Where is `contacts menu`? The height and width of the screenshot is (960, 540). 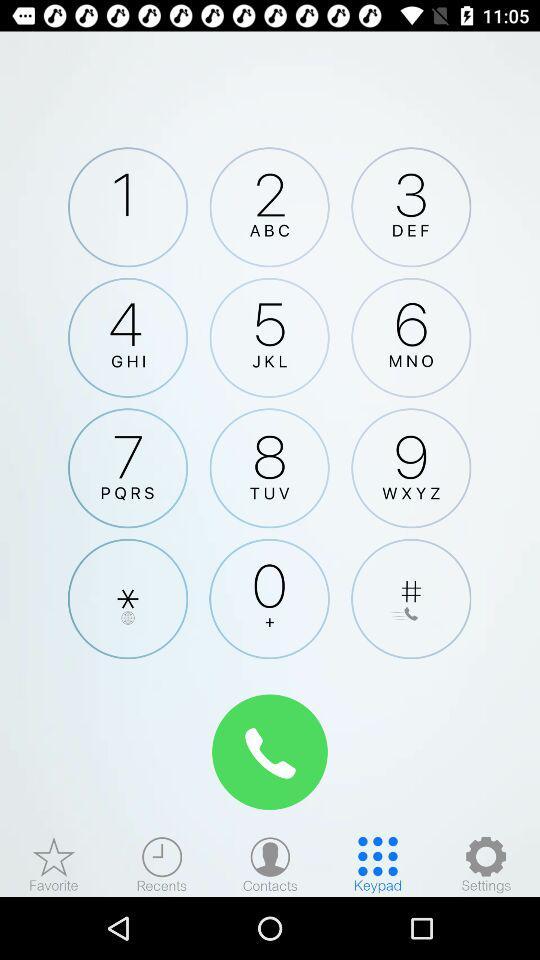 contacts menu is located at coordinates (270, 863).